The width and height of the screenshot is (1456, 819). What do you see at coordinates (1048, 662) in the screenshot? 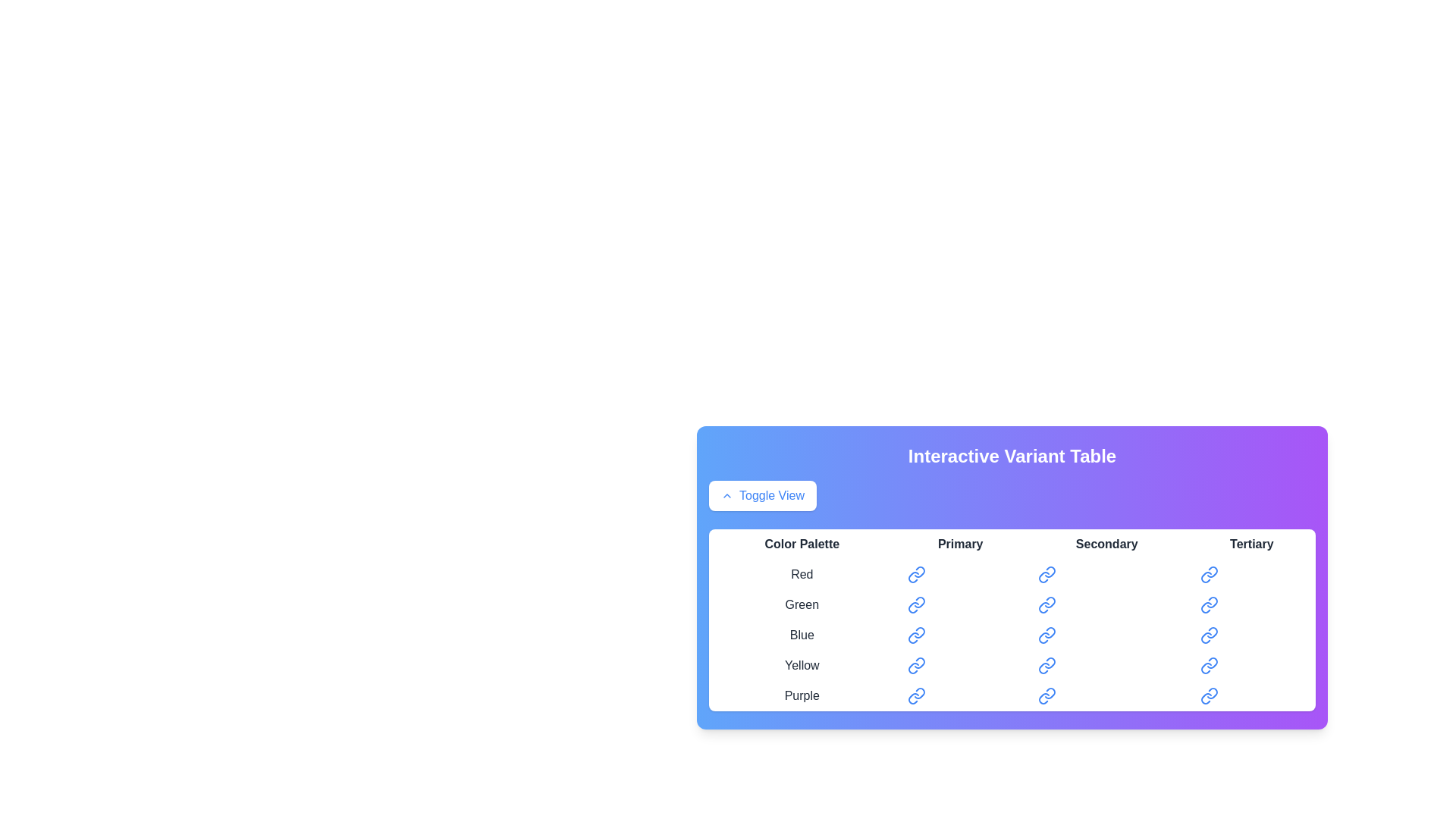
I see `the link icon located in the 'Secondary' column and 'Yellow' row of the 'Interactive Variant Table'` at bounding box center [1048, 662].